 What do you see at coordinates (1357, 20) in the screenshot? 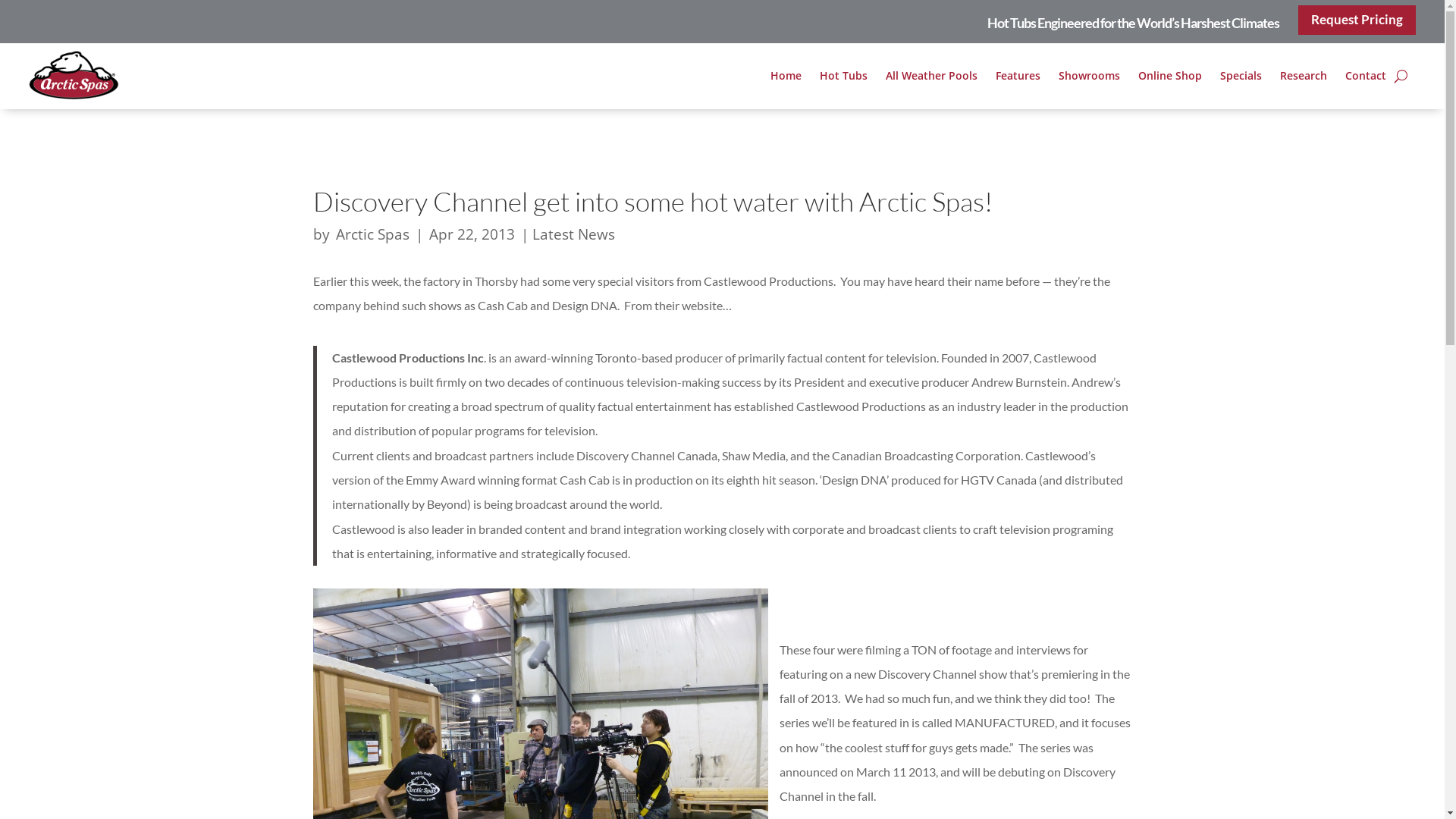
I see `'Request Pricing'` at bounding box center [1357, 20].